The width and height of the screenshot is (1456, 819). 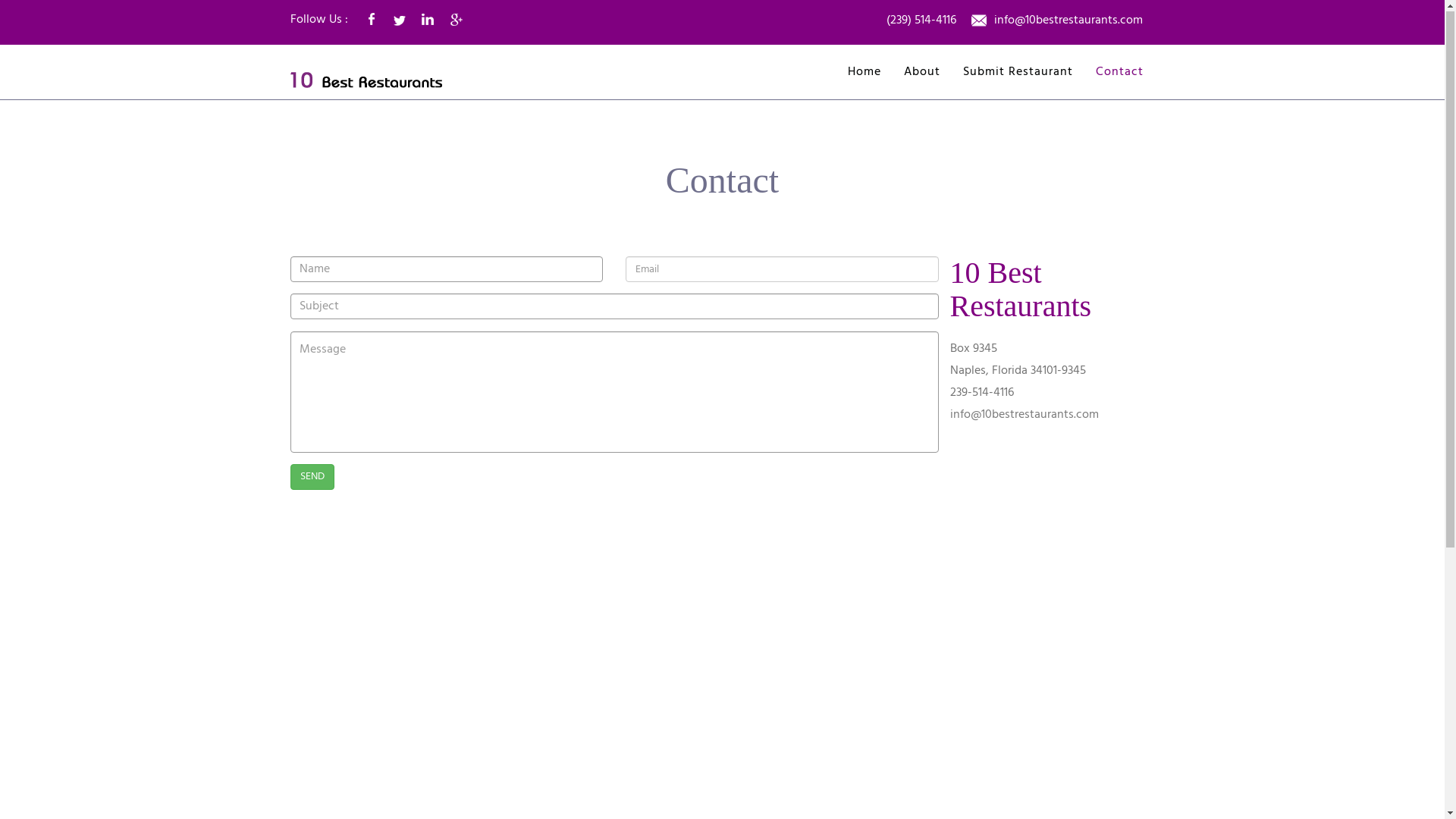 I want to click on 'About', so click(x=921, y=73).